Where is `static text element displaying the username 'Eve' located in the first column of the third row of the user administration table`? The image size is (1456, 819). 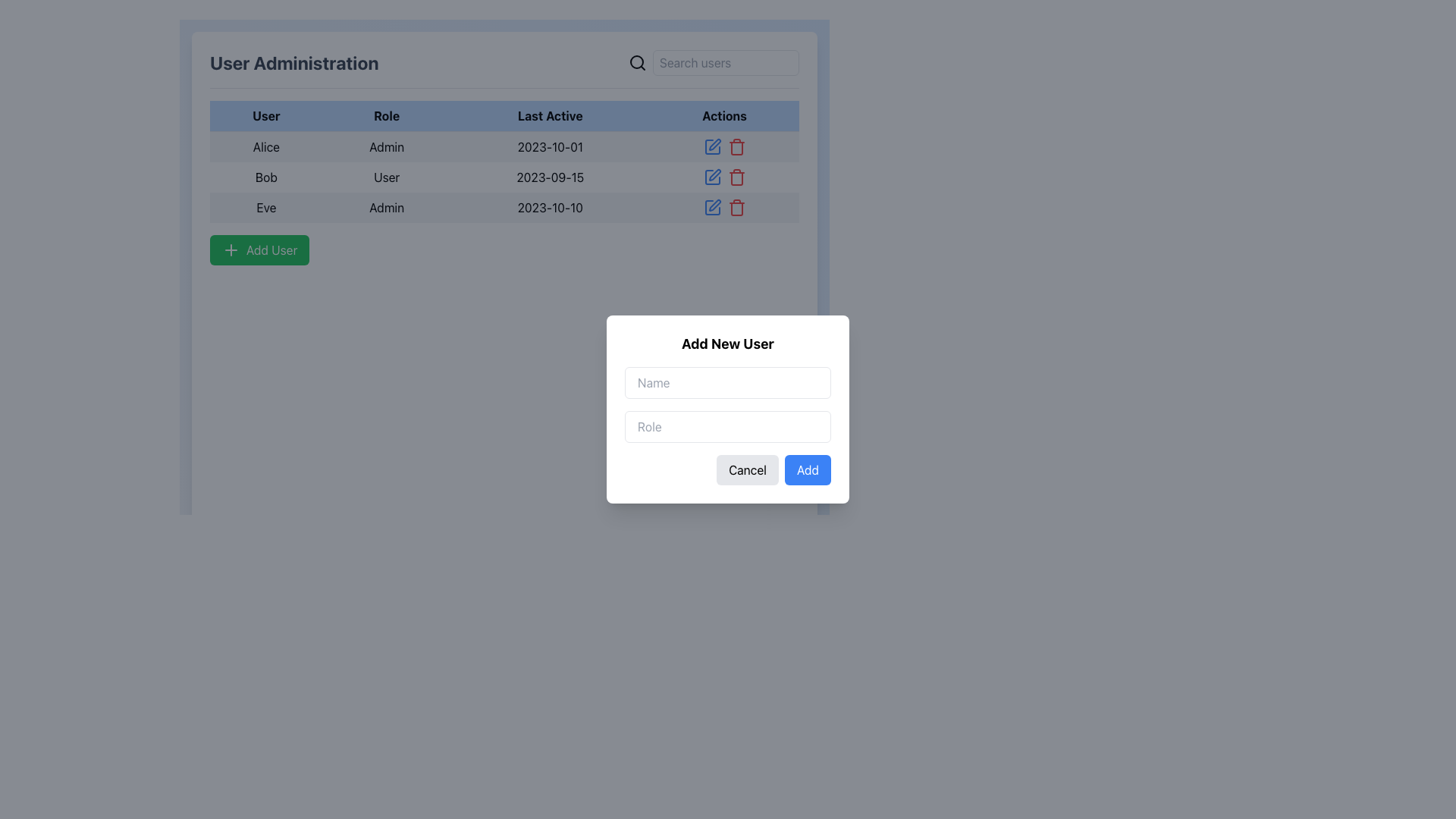 static text element displaying the username 'Eve' located in the first column of the third row of the user administration table is located at coordinates (266, 207).